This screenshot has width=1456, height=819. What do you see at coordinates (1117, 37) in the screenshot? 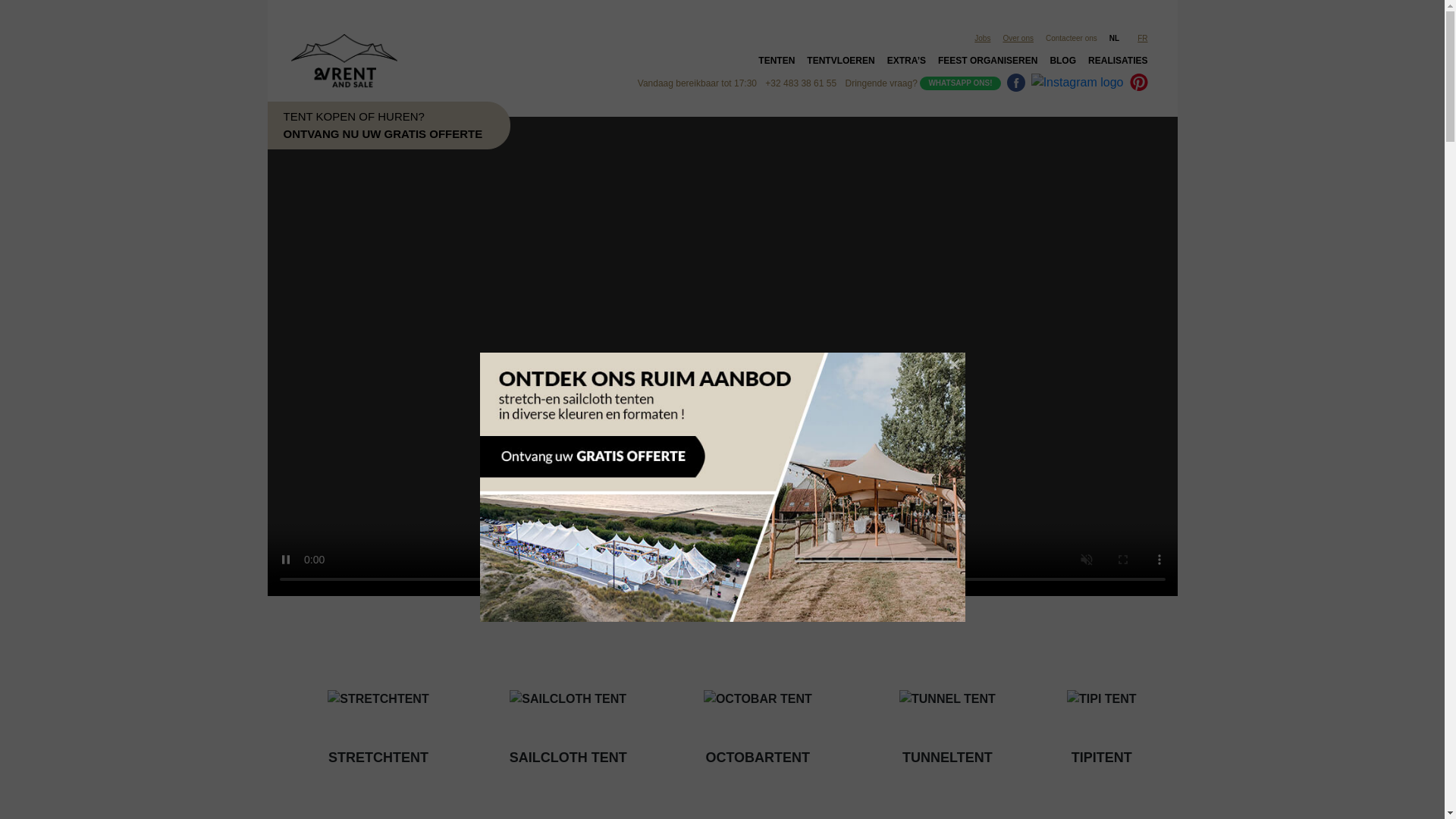
I see `'NL'` at bounding box center [1117, 37].